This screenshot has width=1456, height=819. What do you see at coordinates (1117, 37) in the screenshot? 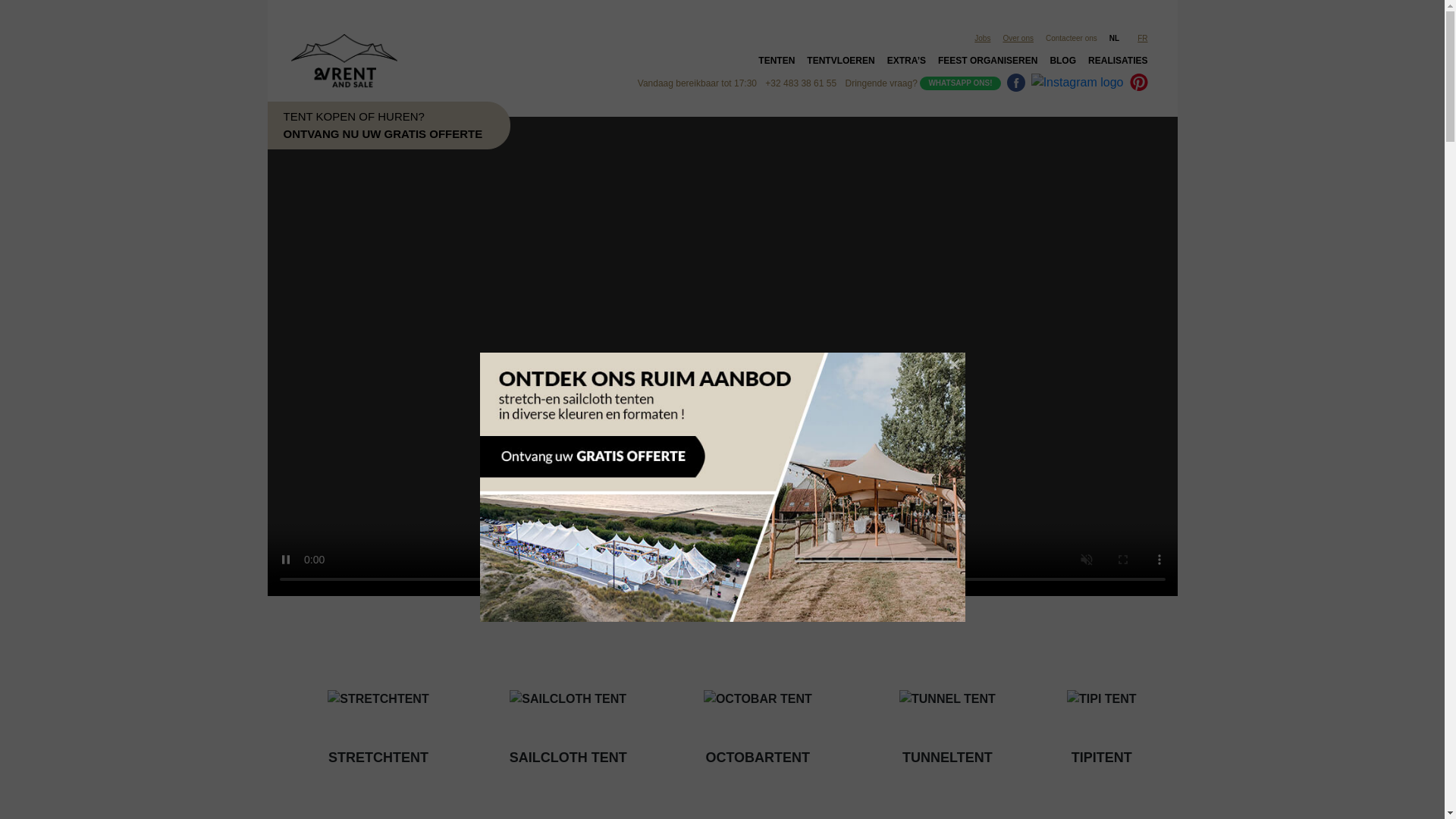
I see `'NL'` at bounding box center [1117, 37].